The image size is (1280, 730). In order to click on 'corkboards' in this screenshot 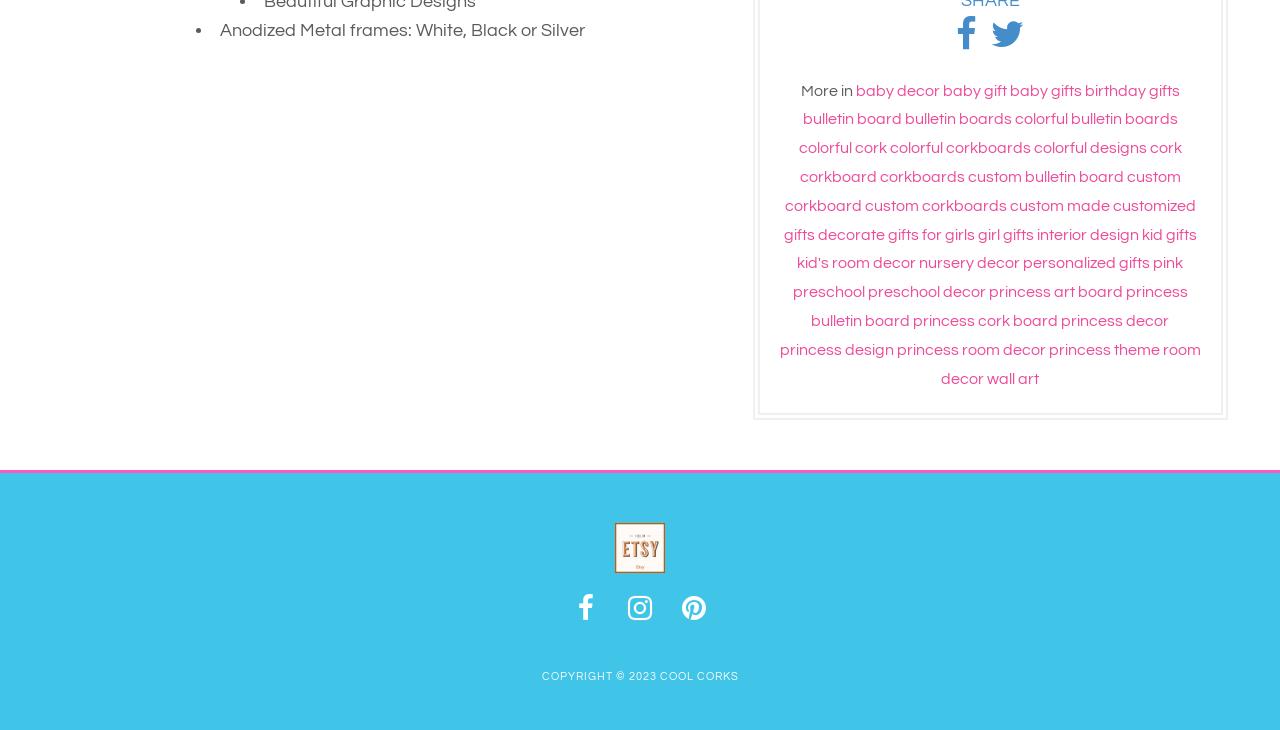, I will do `click(920, 175)`.